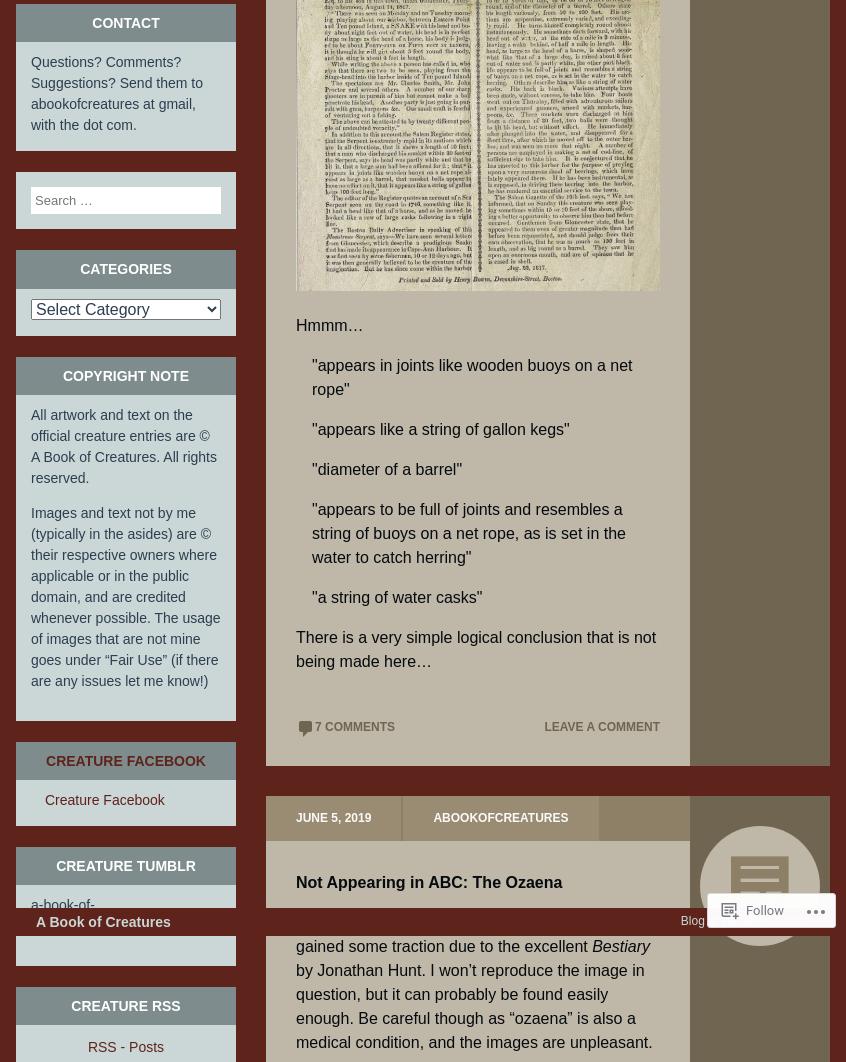 The width and height of the screenshot is (846, 1062). I want to click on 'Copyright Note', so click(125, 373).